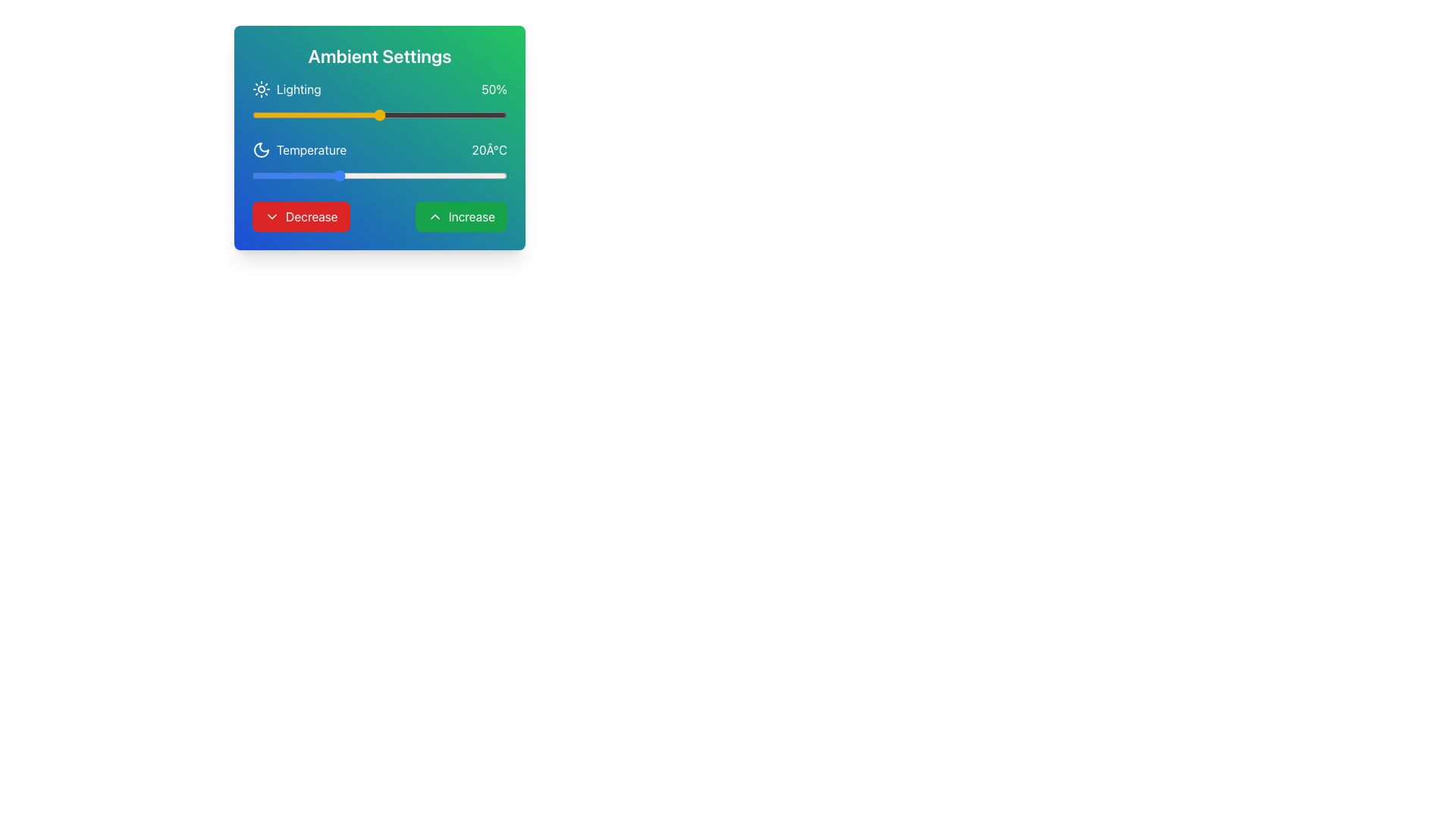 This screenshot has height=819, width=1456. I want to click on the small upward-pointing chevron icon inside the green 'Increase' button located at the bottom-right corner of the 'Ambient Settings' card, so click(434, 216).